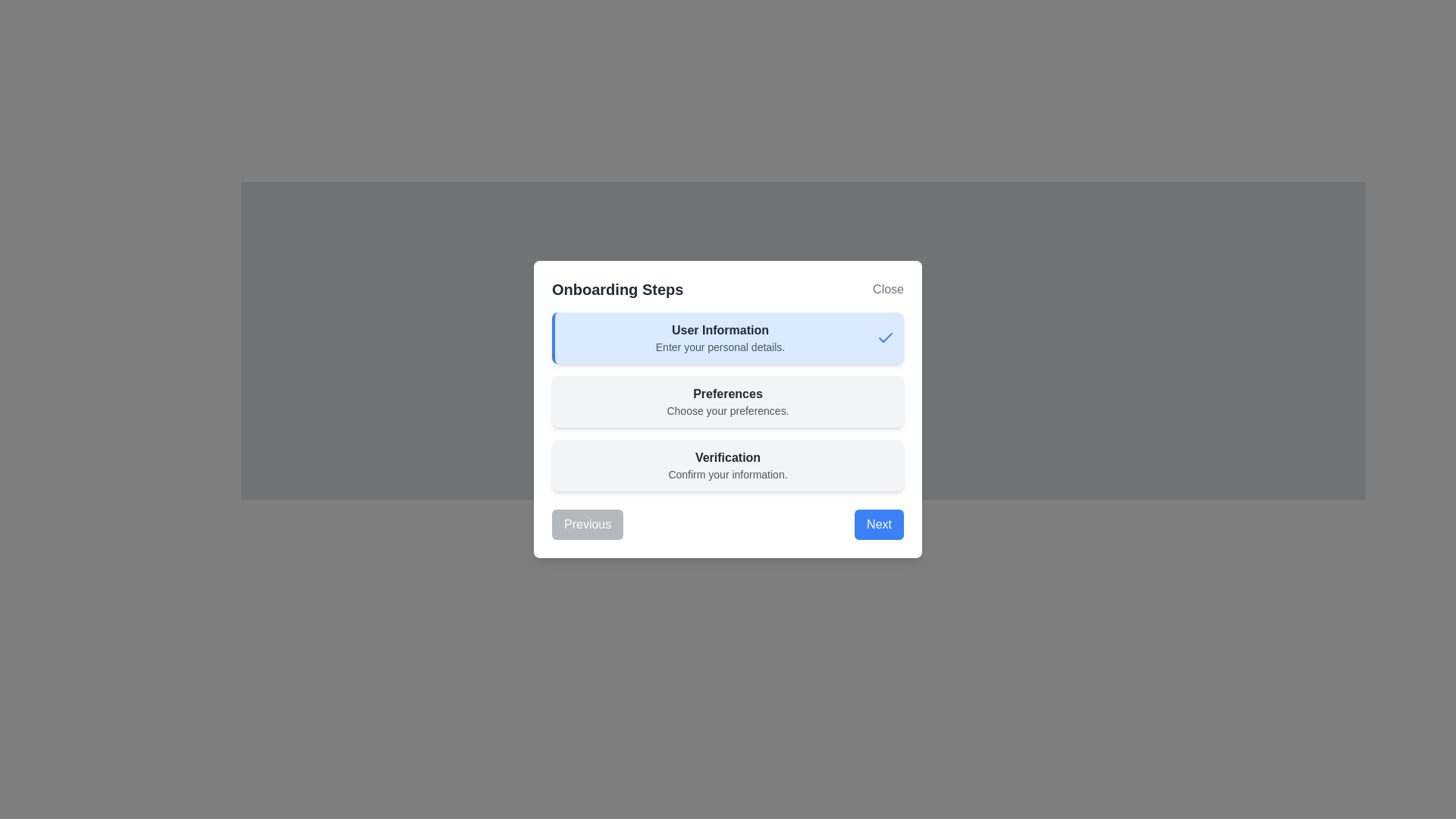 This screenshot has width=1456, height=819. Describe the element at coordinates (720, 329) in the screenshot. I see `the bold, dark text label reading 'User Information' at the top of the onboarding dialog box` at that location.